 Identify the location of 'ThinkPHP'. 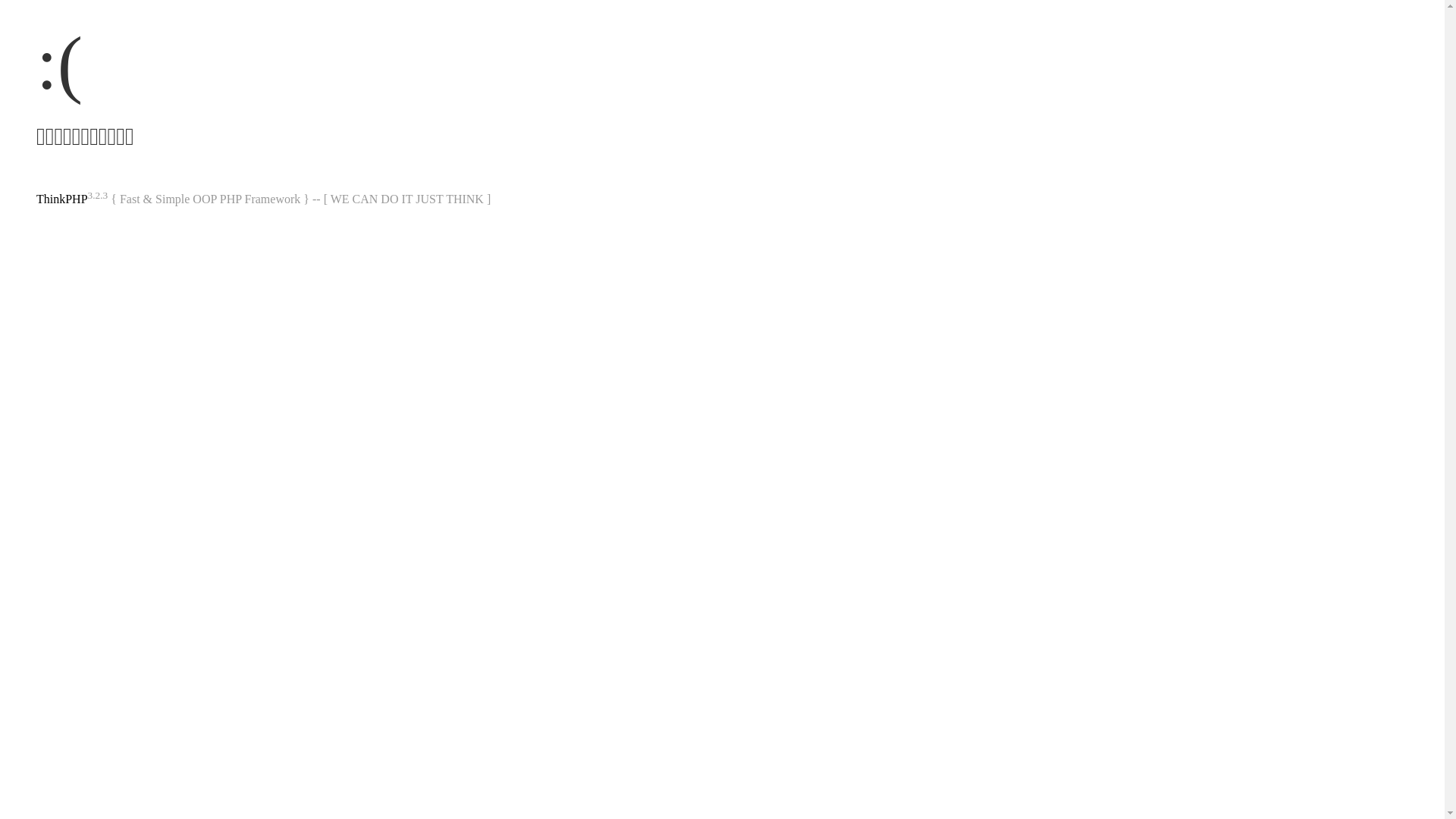
(61, 198).